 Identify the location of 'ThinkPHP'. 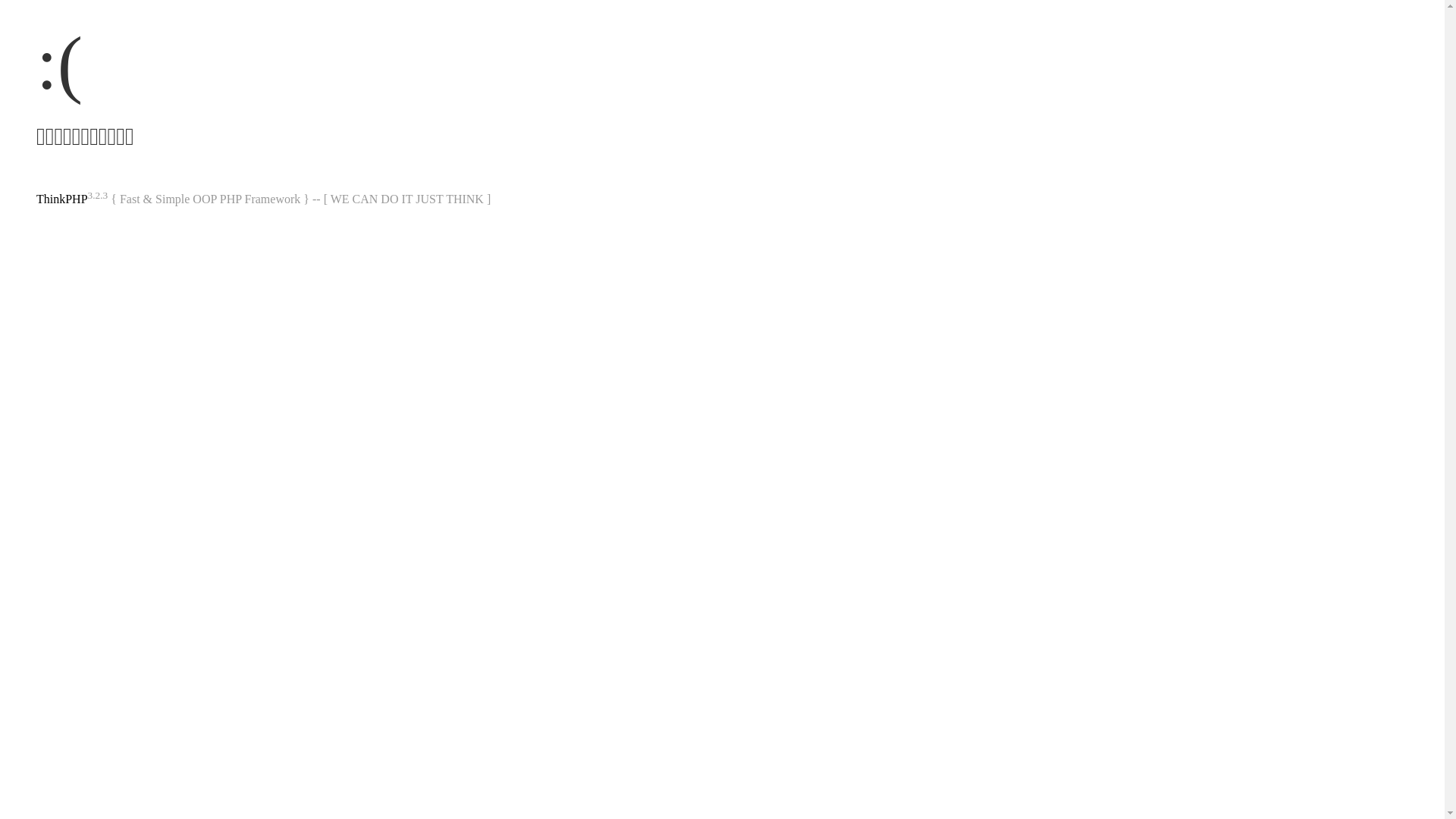
(61, 198).